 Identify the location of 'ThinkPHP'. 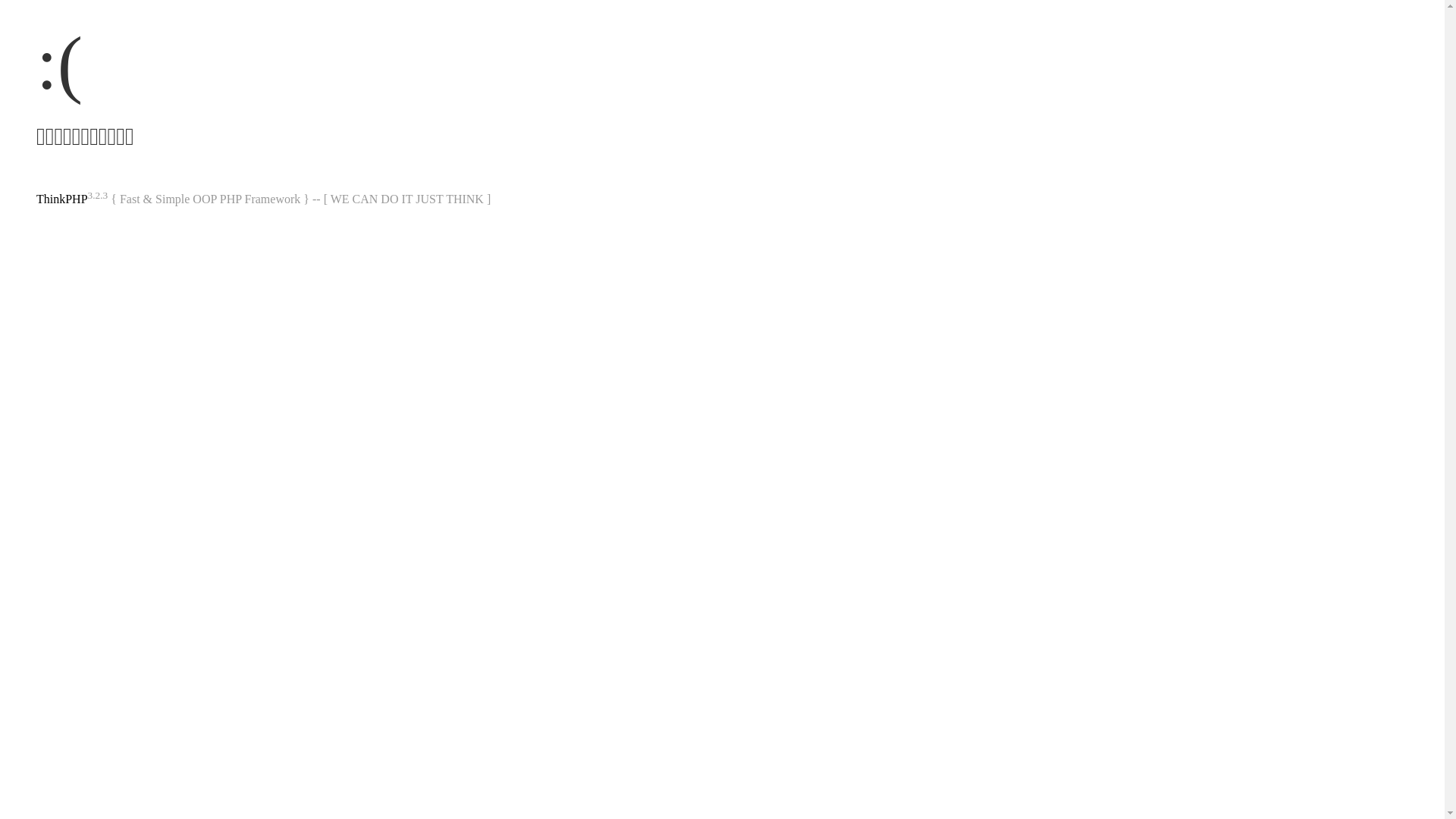
(61, 198).